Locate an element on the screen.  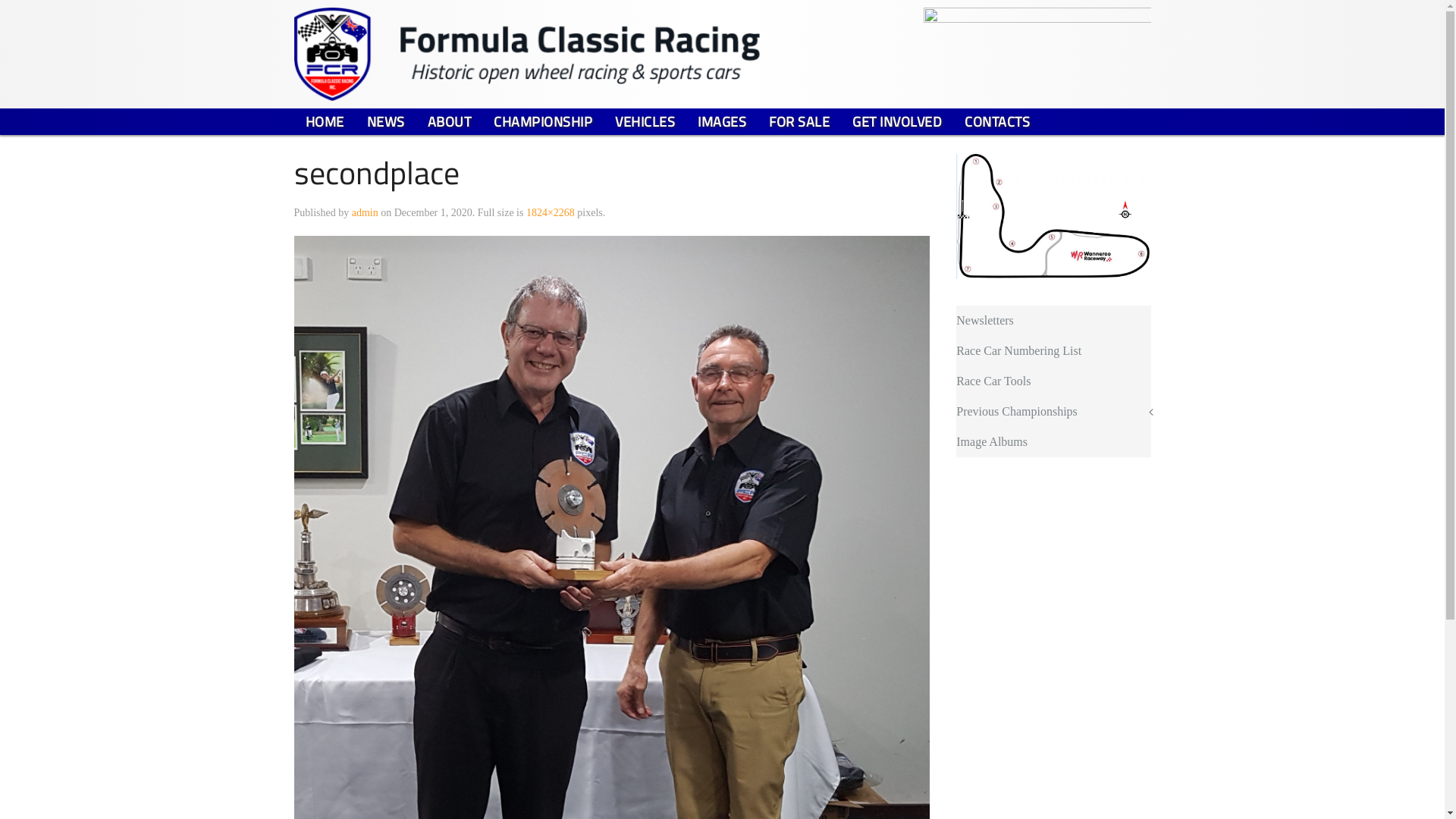
'VEHICLES' is located at coordinates (645, 121).